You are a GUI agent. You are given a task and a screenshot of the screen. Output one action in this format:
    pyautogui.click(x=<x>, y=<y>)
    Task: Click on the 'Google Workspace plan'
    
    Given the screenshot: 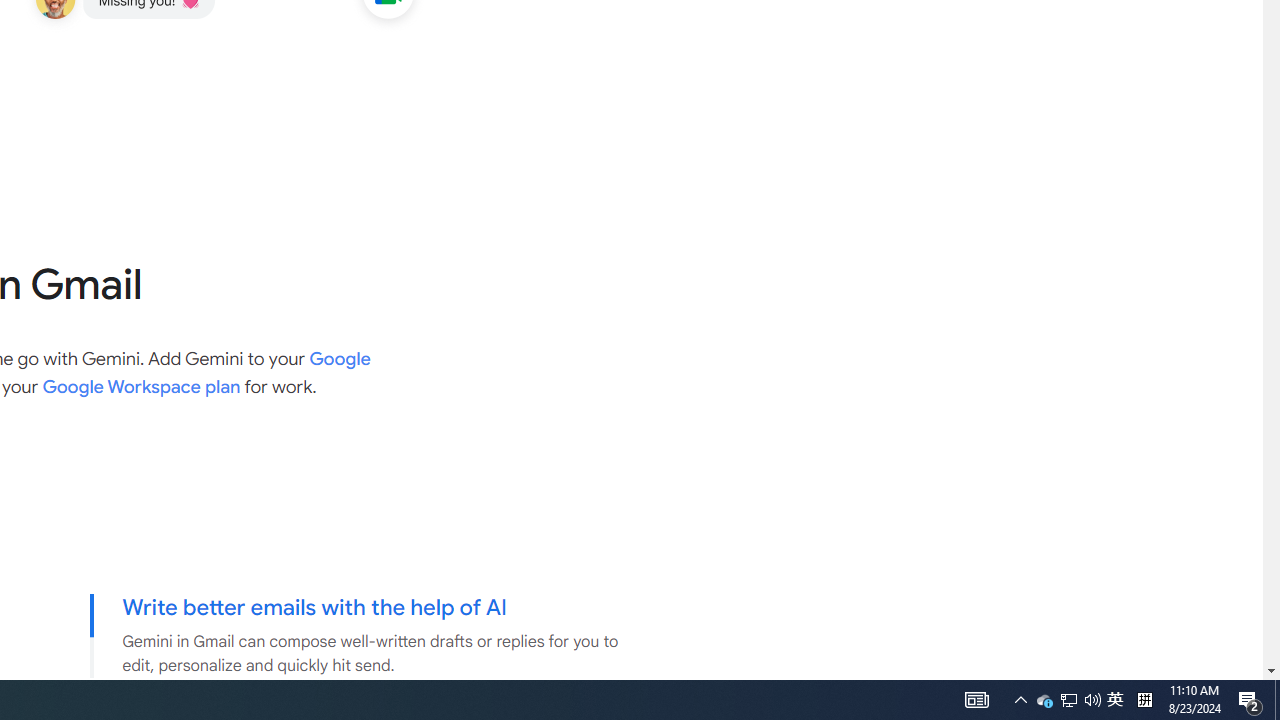 What is the action you would take?
    pyautogui.click(x=140, y=387)
    